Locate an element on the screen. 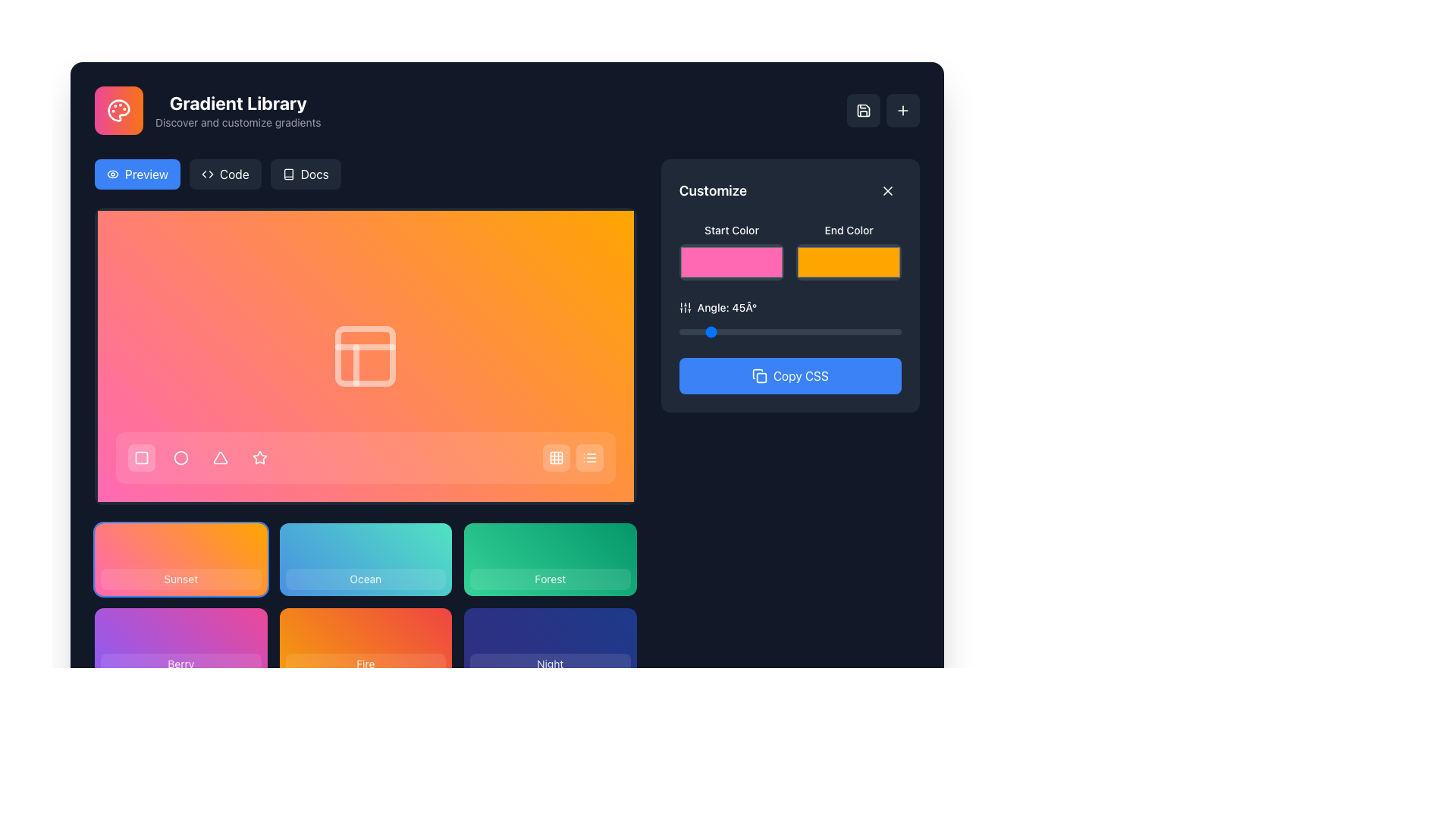 Image resolution: width=1456 pixels, height=819 pixels. the 'End Color' text label, which is part of the 'Customize' section and is positioned above an orange color selection box is located at coordinates (848, 231).